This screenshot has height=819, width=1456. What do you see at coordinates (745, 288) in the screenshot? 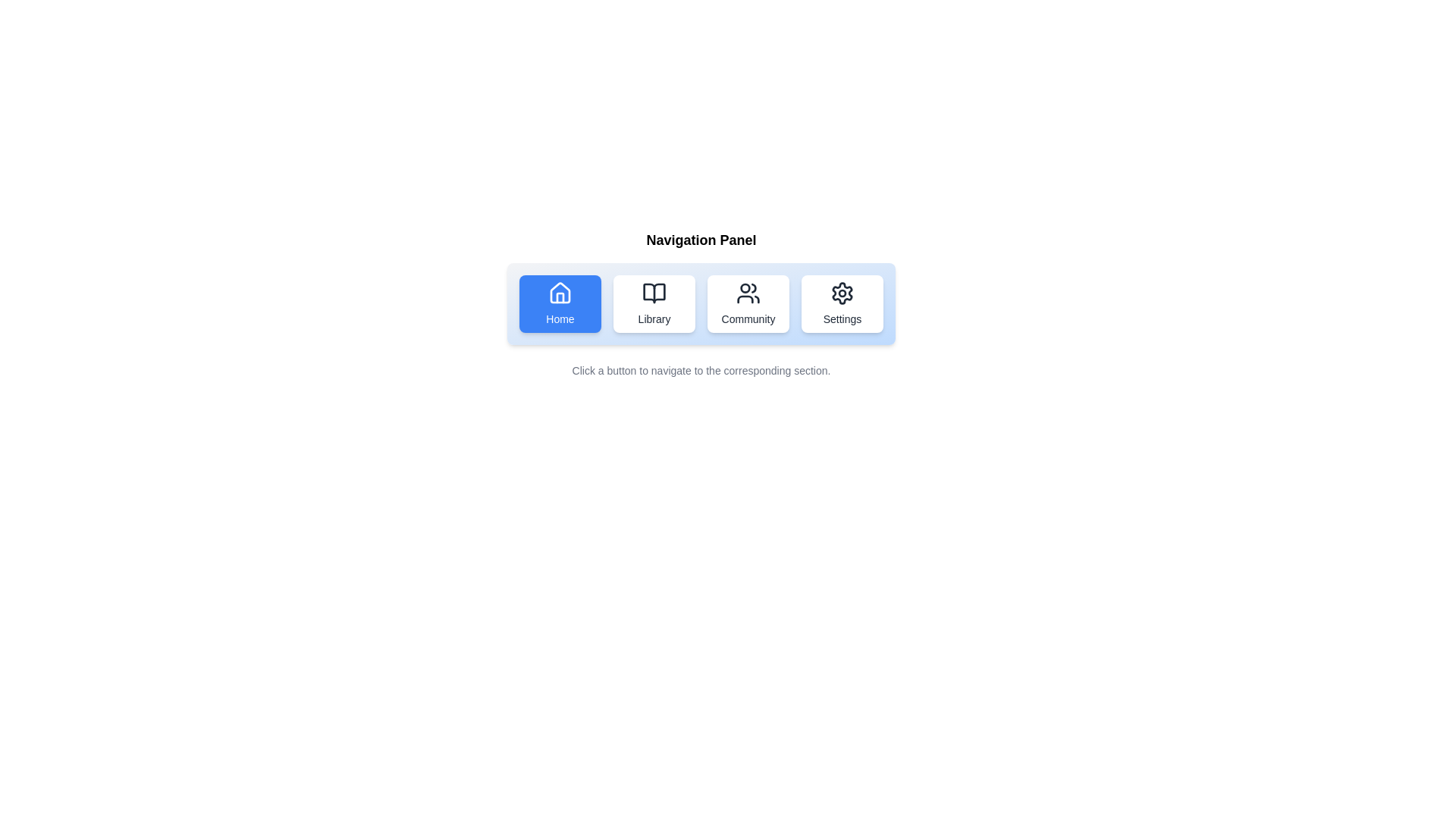
I see `the SVG Circle, which represents the head in the user figure of the Community icon located near the upper part of the navigation bar, specifically the third icon from the left` at bounding box center [745, 288].